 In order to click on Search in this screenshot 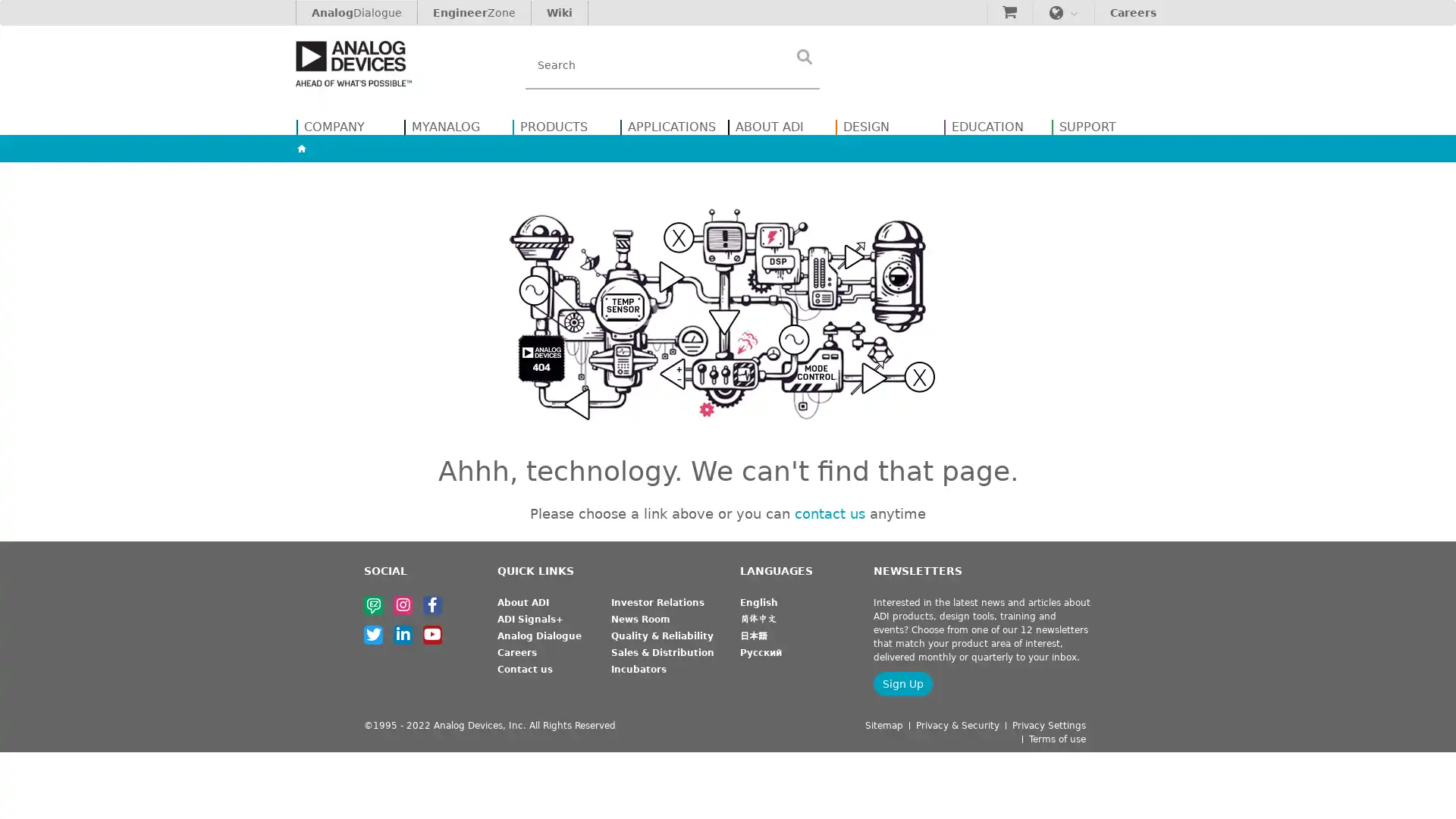, I will do `click(803, 55)`.